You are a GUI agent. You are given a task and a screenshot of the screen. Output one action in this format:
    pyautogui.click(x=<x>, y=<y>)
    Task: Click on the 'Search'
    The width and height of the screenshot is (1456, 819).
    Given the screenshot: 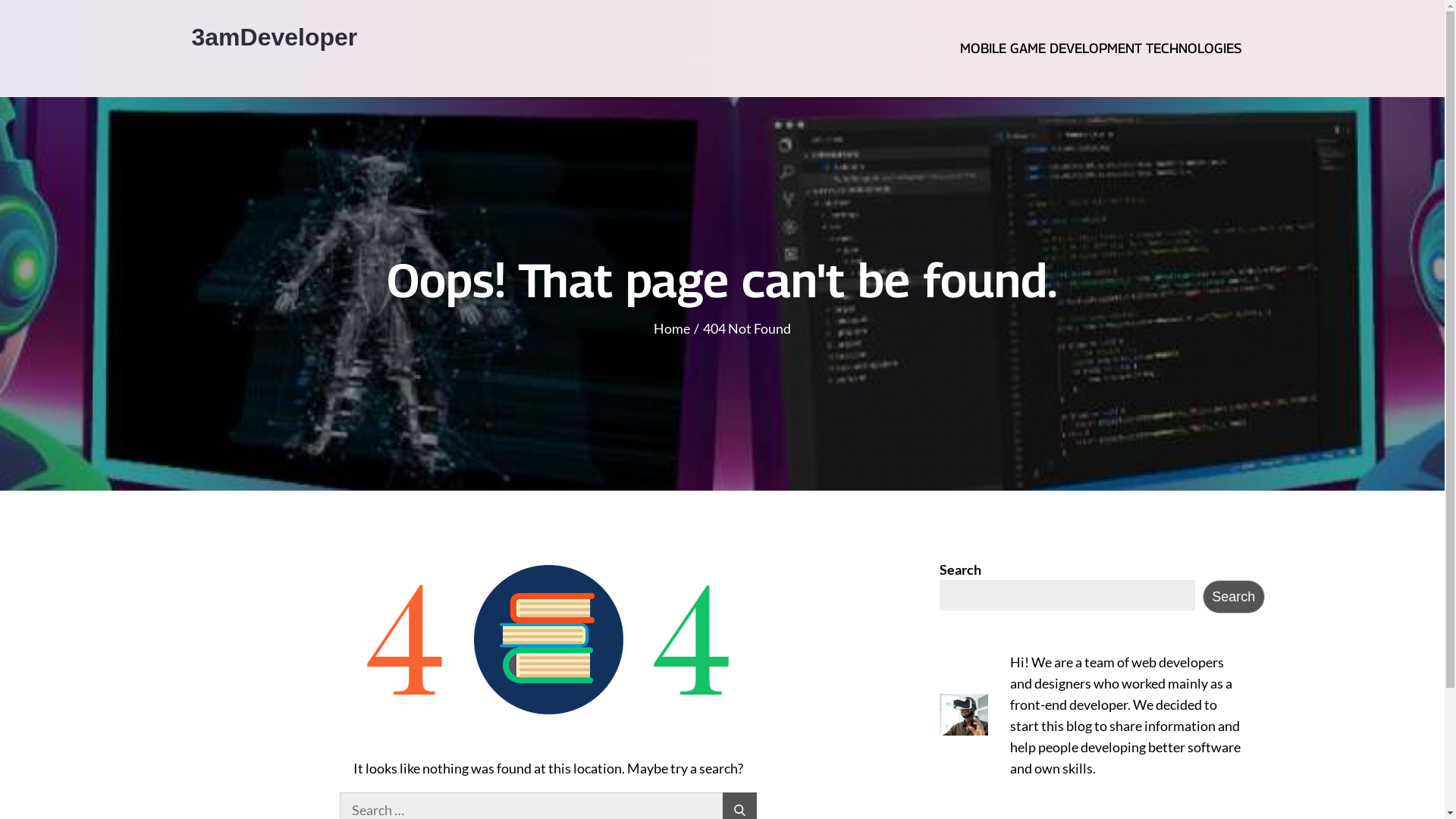 What is the action you would take?
    pyautogui.click(x=1234, y=595)
    